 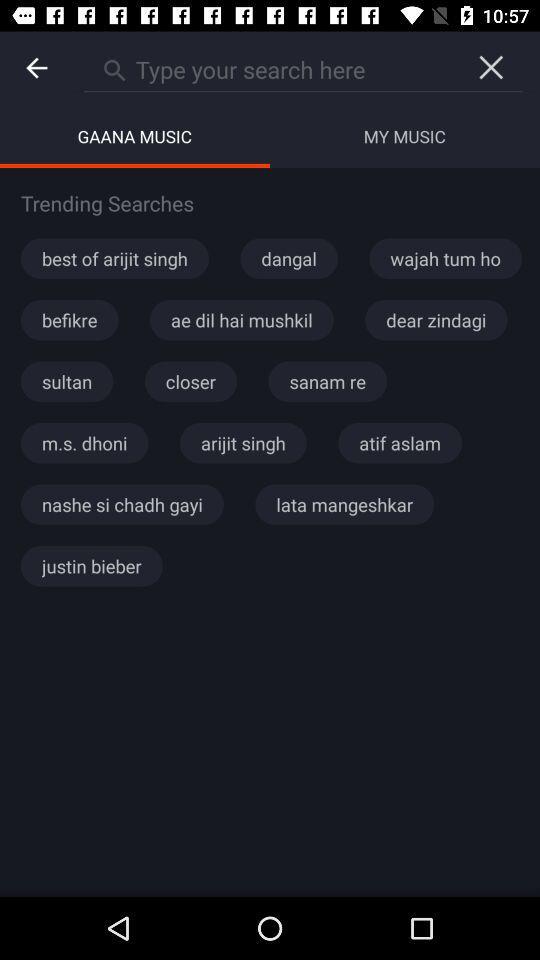 I want to click on type search keywords, so click(x=270, y=67).